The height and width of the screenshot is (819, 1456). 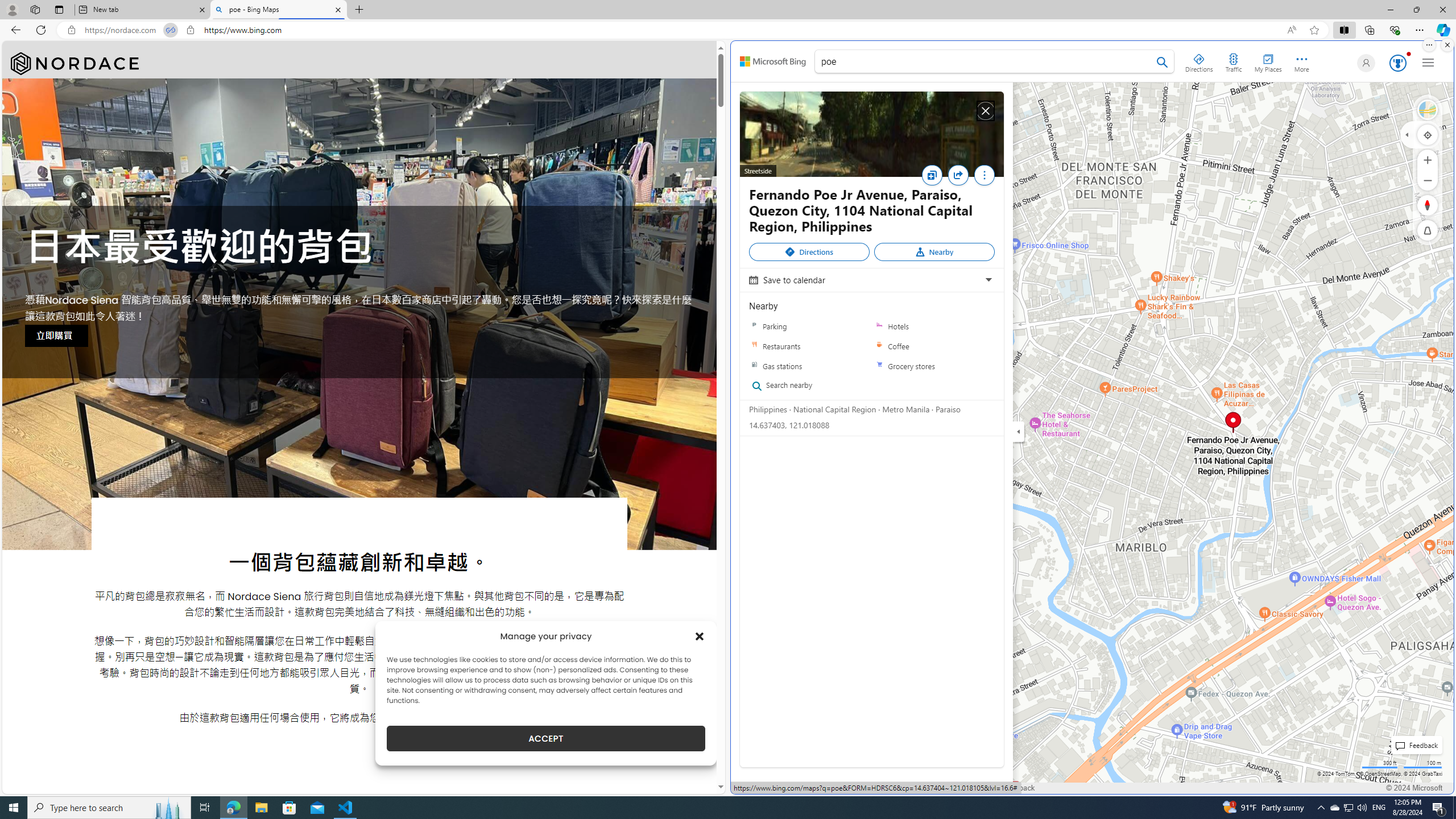 I want to click on 'poe', so click(x=994, y=63).